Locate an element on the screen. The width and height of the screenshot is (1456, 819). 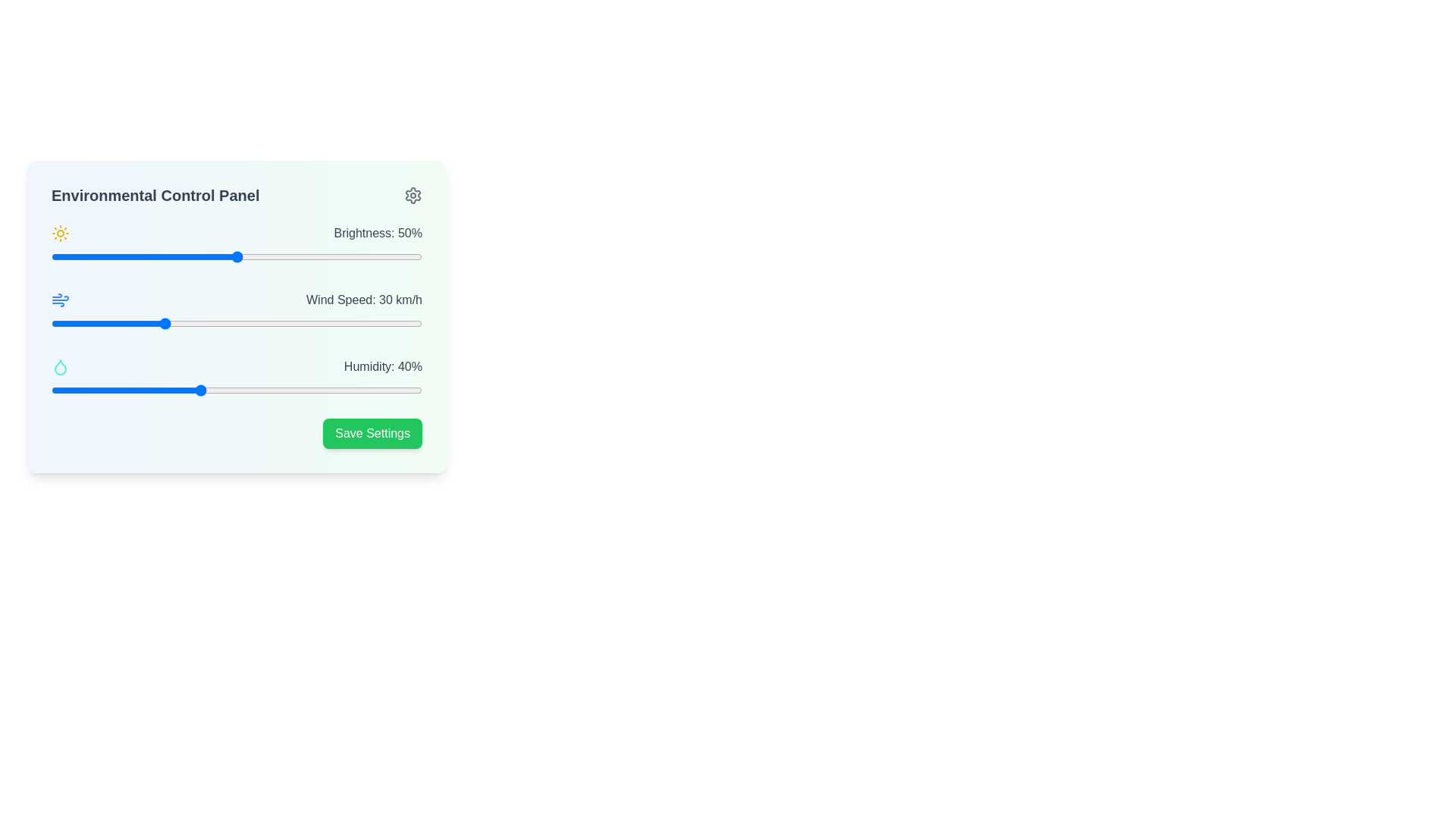
the gear icon located in the top-right corner of the 'Environmental Control Panel' is located at coordinates (413, 195).